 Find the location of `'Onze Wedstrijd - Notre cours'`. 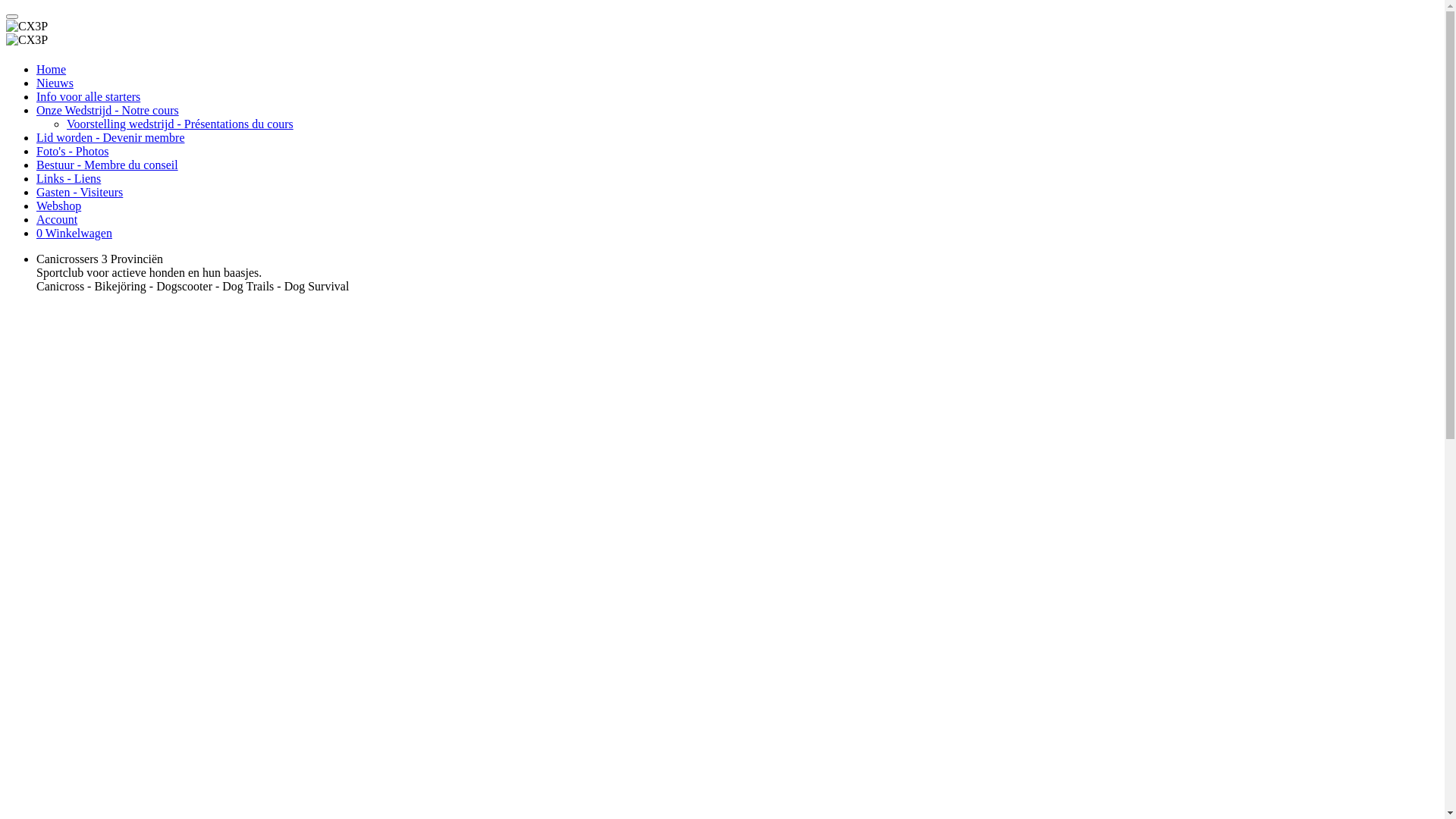

'Onze Wedstrijd - Notre cours' is located at coordinates (36, 109).